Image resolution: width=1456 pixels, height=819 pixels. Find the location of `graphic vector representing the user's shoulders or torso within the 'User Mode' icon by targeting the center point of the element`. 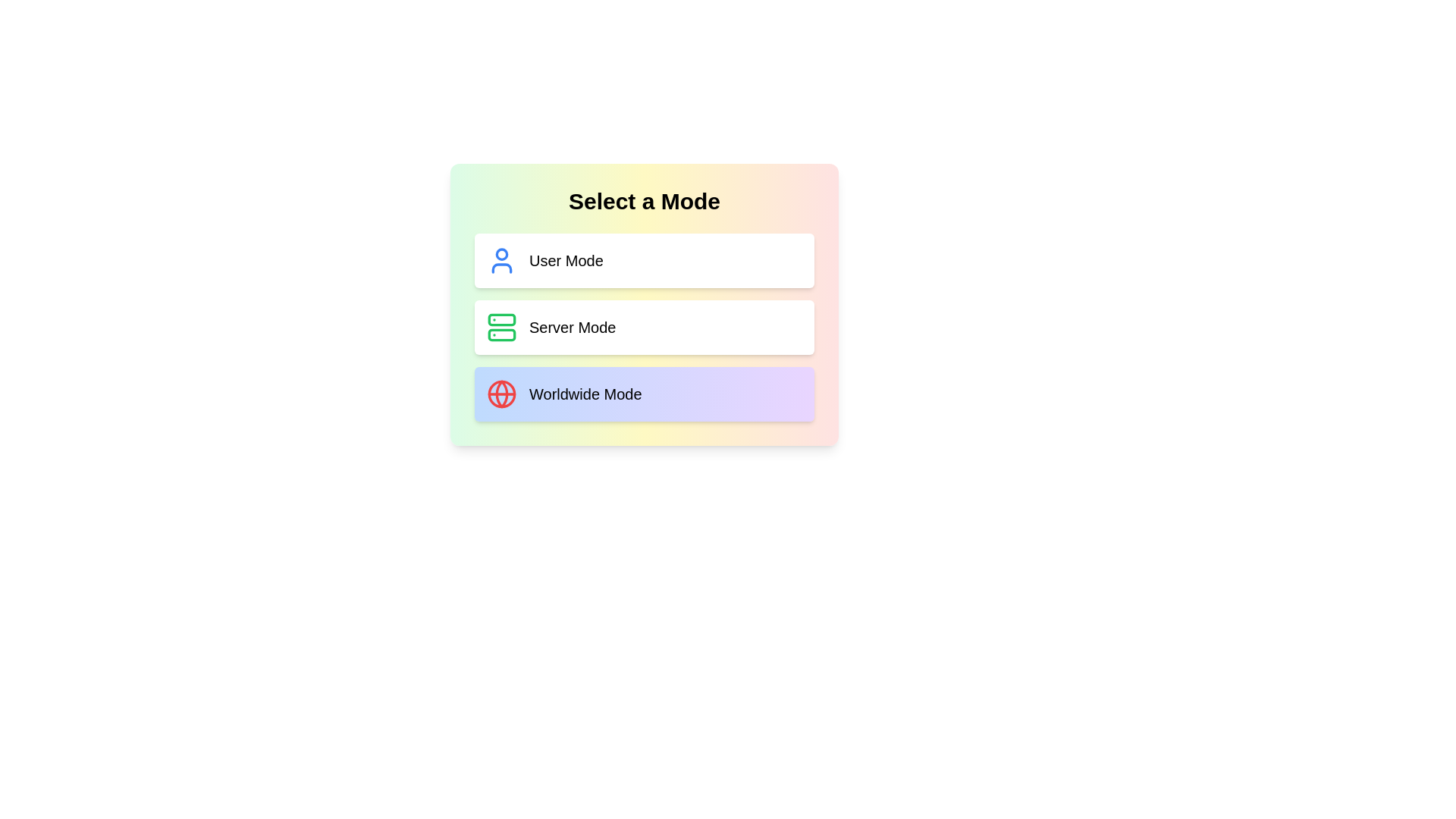

graphic vector representing the user's shoulders or torso within the 'User Mode' icon by targeting the center point of the element is located at coordinates (502, 268).